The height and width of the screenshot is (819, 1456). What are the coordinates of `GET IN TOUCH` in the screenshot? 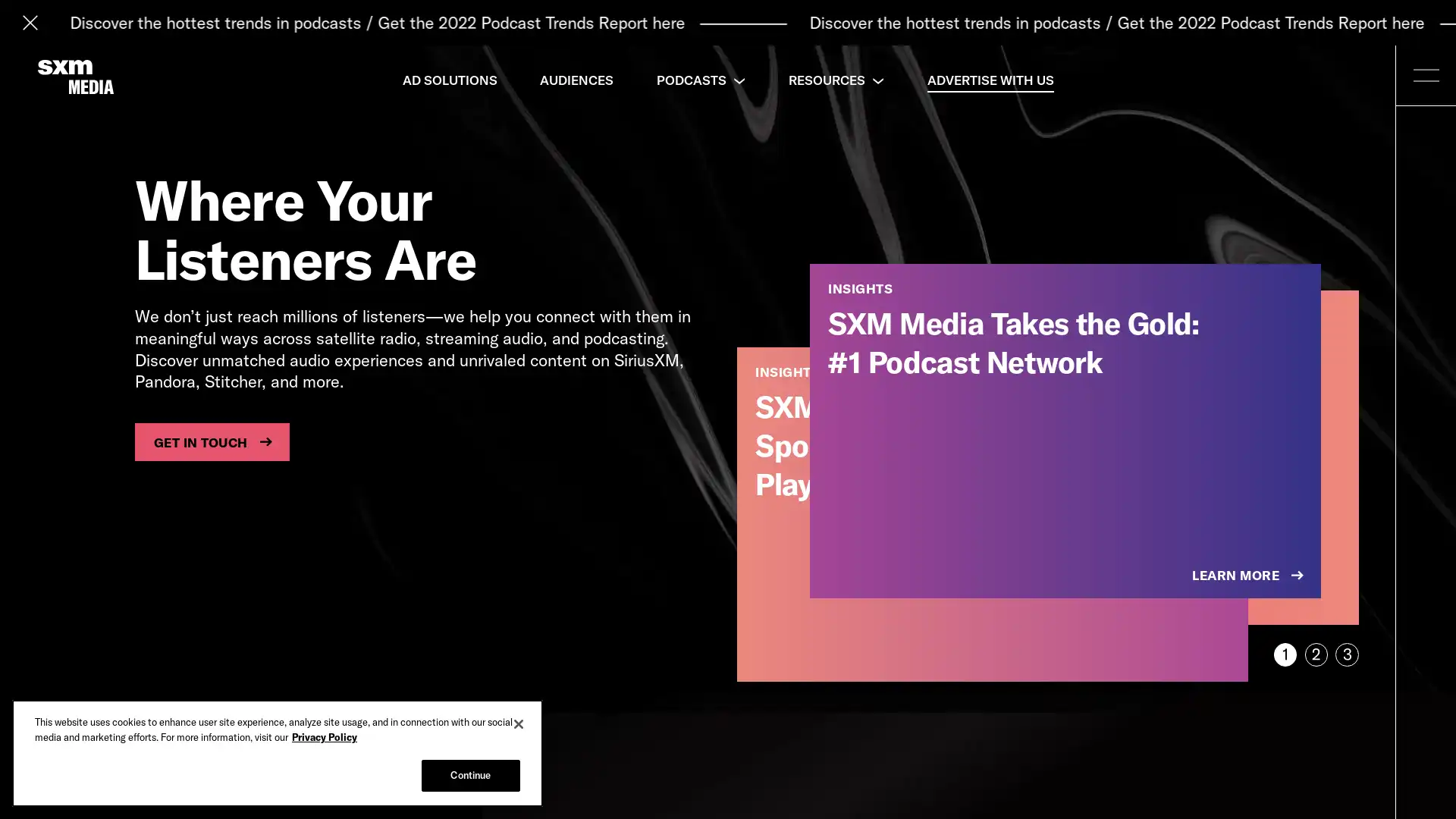 It's located at (211, 441).